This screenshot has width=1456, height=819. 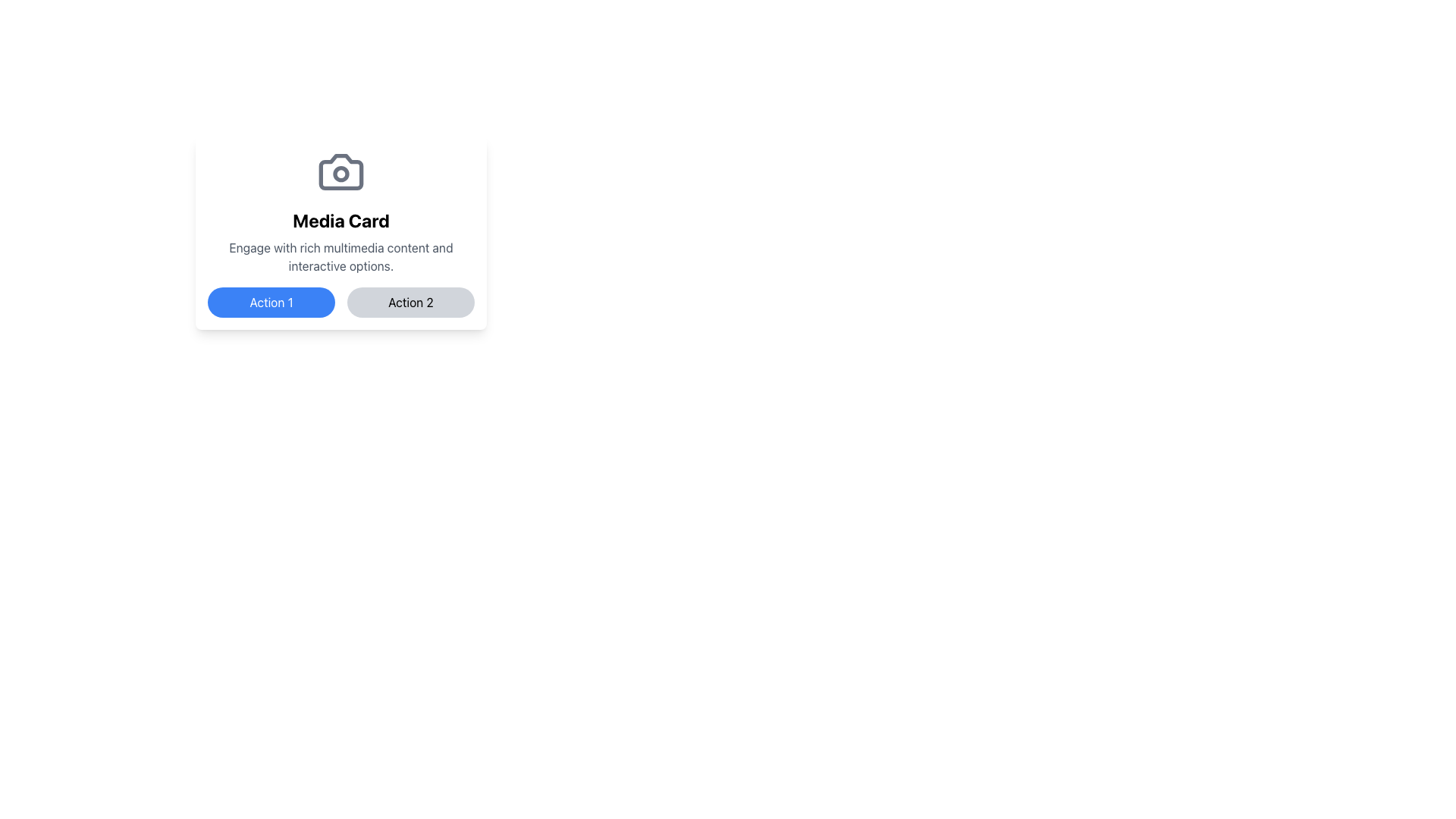 What do you see at coordinates (411, 302) in the screenshot?
I see `the 'Action 2' button located to the right of the 'Action 1' button at the bottom of the card interface` at bounding box center [411, 302].